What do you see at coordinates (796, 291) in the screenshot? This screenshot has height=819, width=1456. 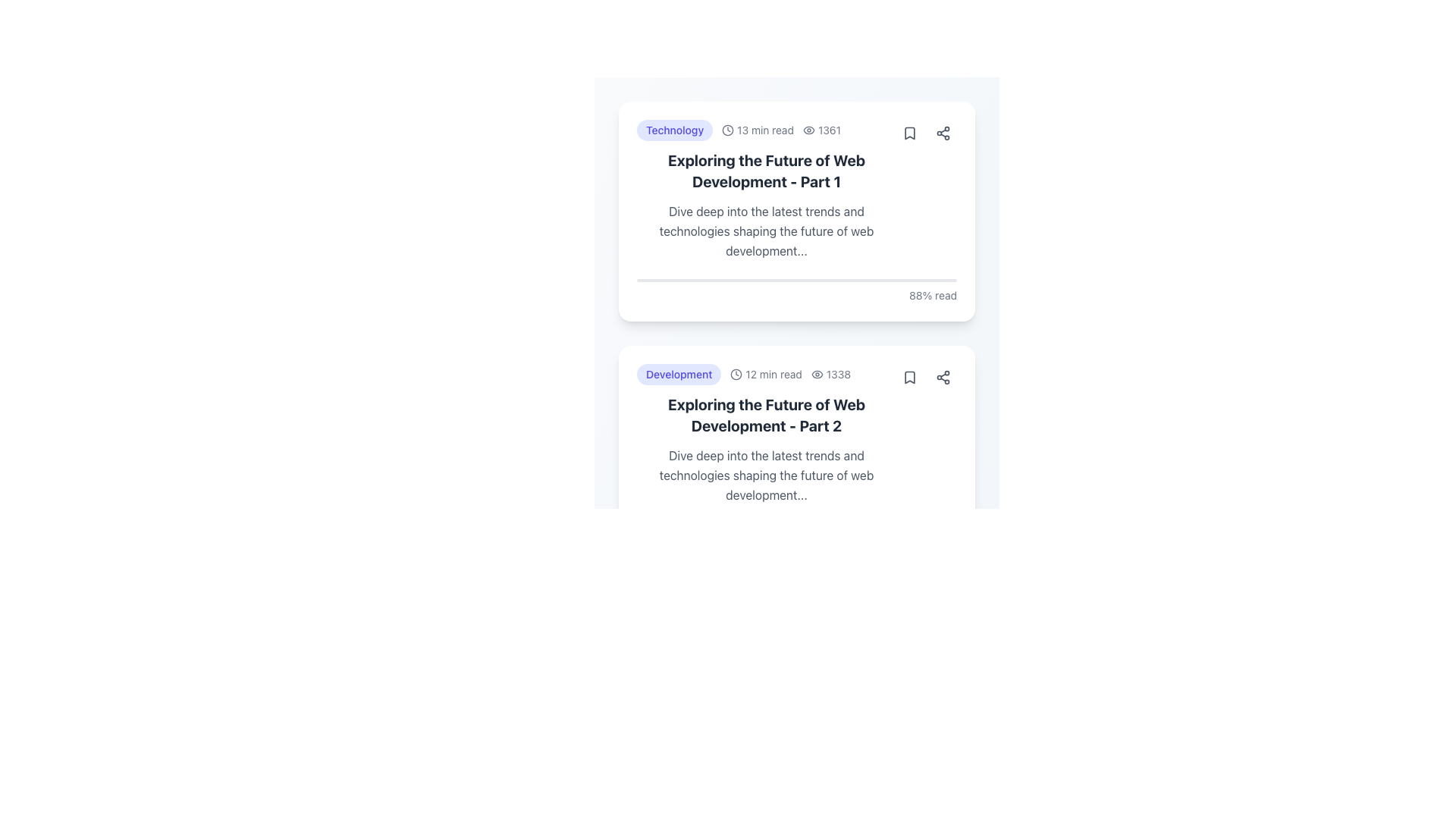 I see `the Progress indicator located at the bottom section of the article card, which shows the percentage of content read` at bounding box center [796, 291].